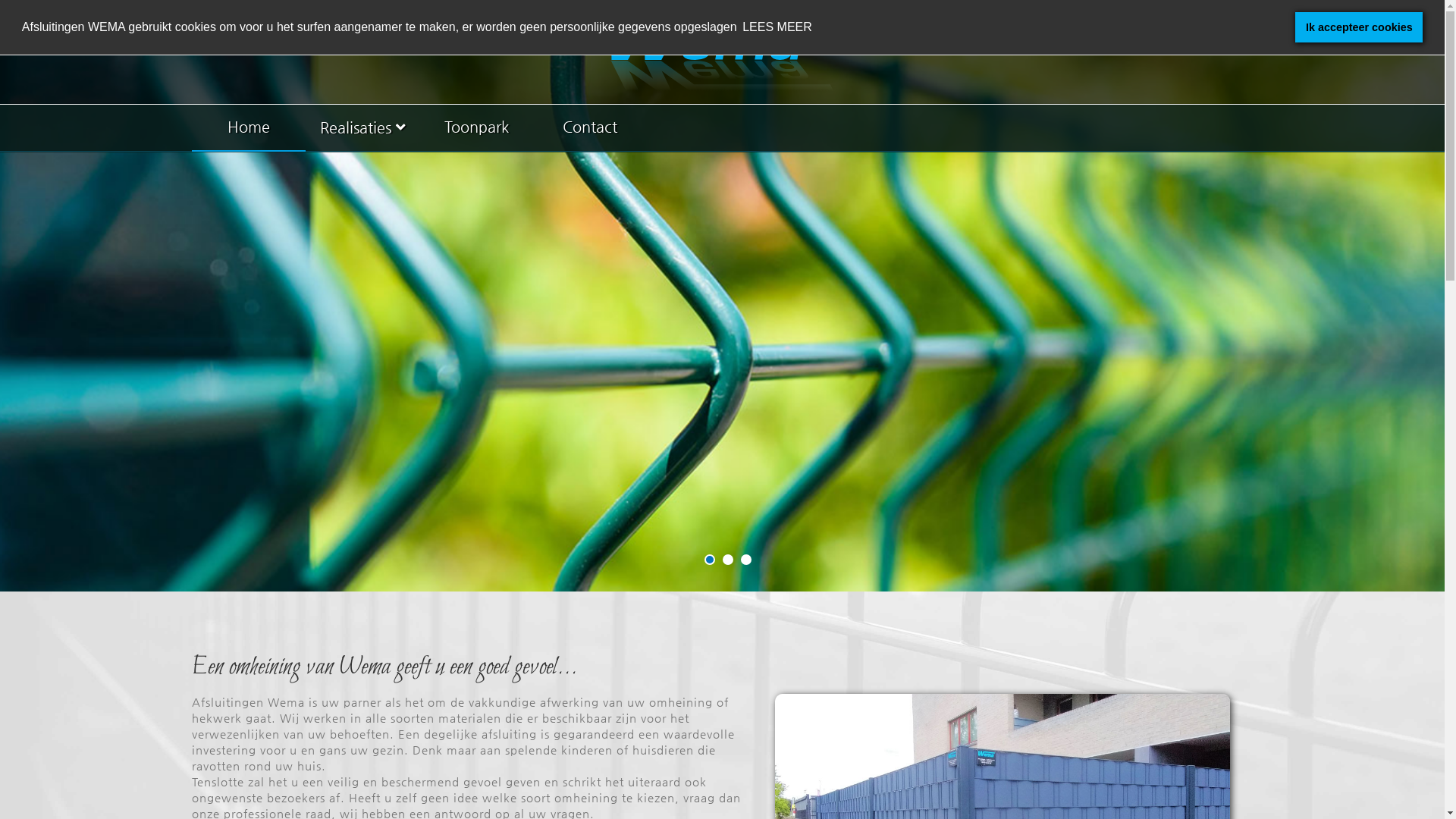  Describe the element at coordinates (1358, 27) in the screenshot. I see `'Ik accepteer cookies'` at that location.